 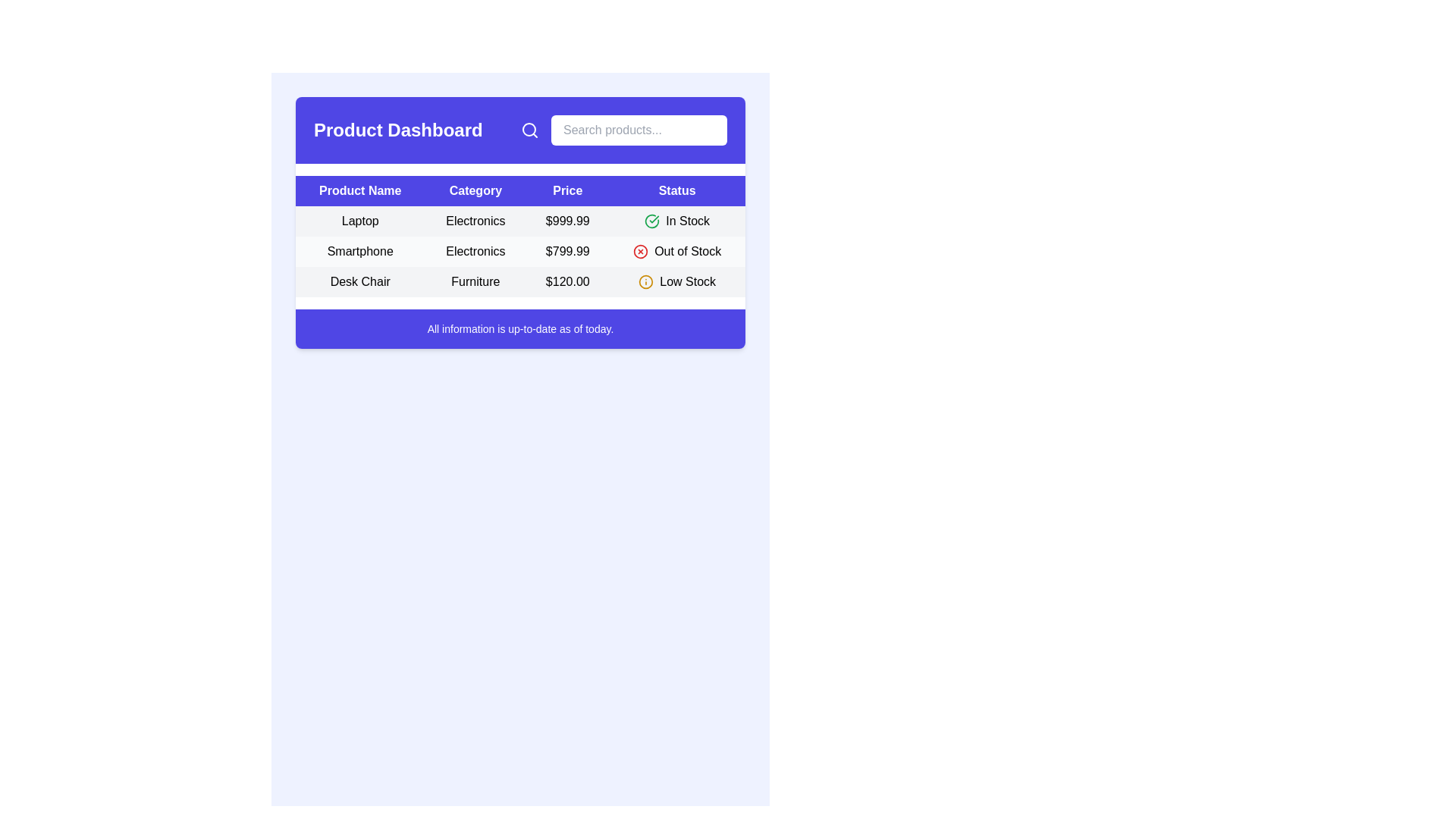 I want to click on the search icon located in the top-right section of the 'Product Dashboard' card, so click(x=530, y=130).